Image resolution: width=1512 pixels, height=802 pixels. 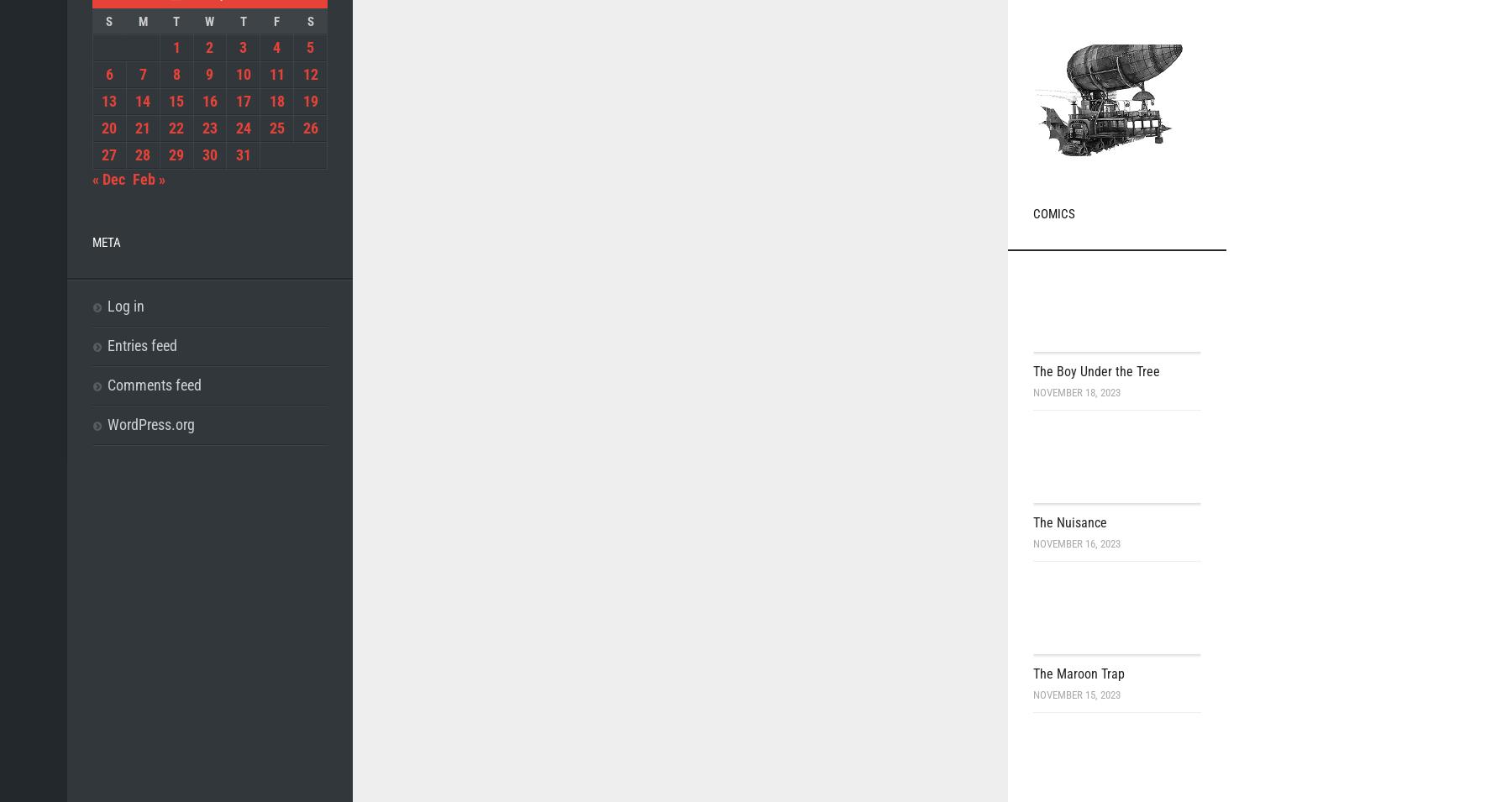 I want to click on 'WordPress.org', so click(x=151, y=424).